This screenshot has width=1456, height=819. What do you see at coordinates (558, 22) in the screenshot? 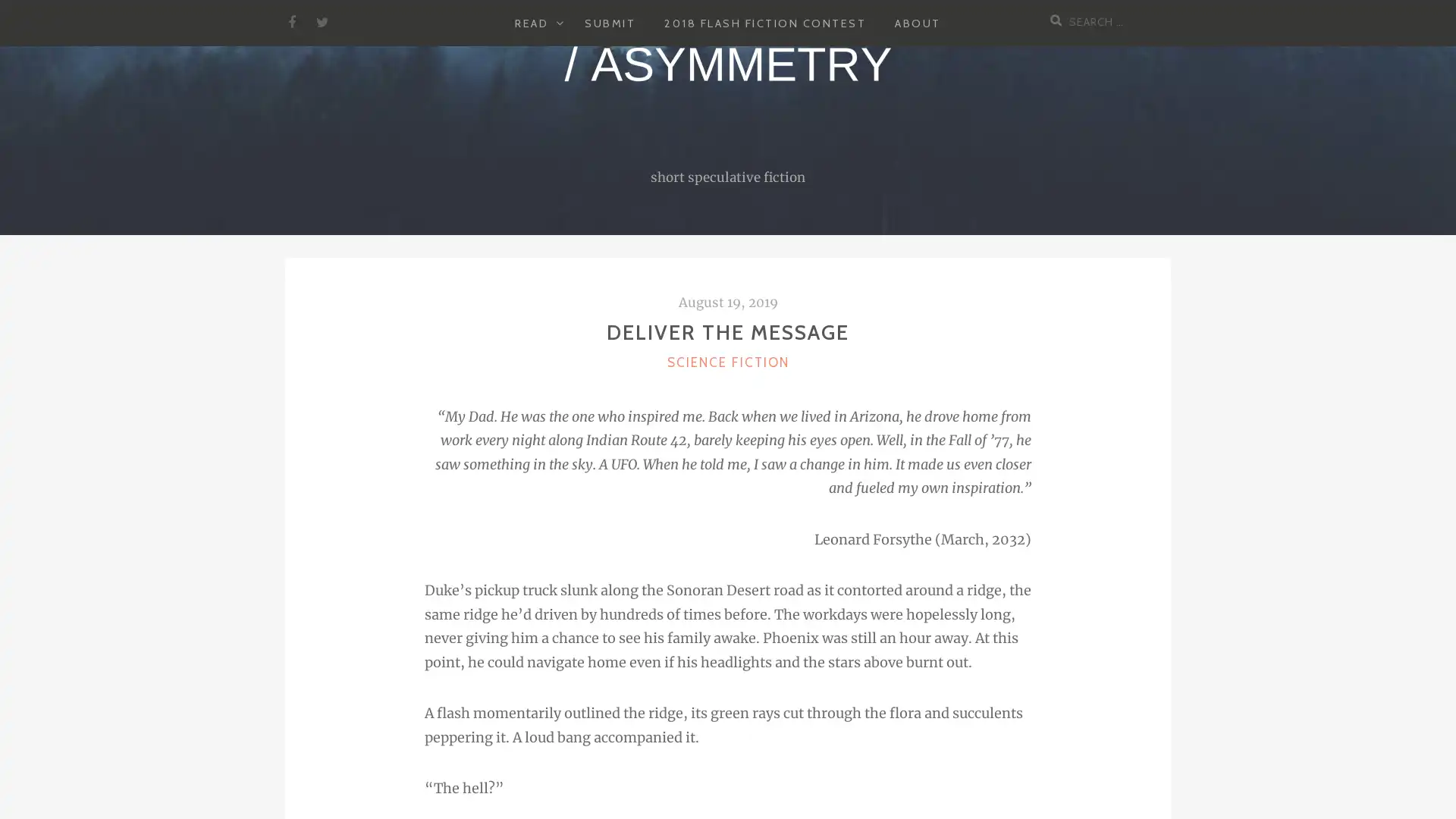
I see `EXPAND CHILD MENU` at bounding box center [558, 22].